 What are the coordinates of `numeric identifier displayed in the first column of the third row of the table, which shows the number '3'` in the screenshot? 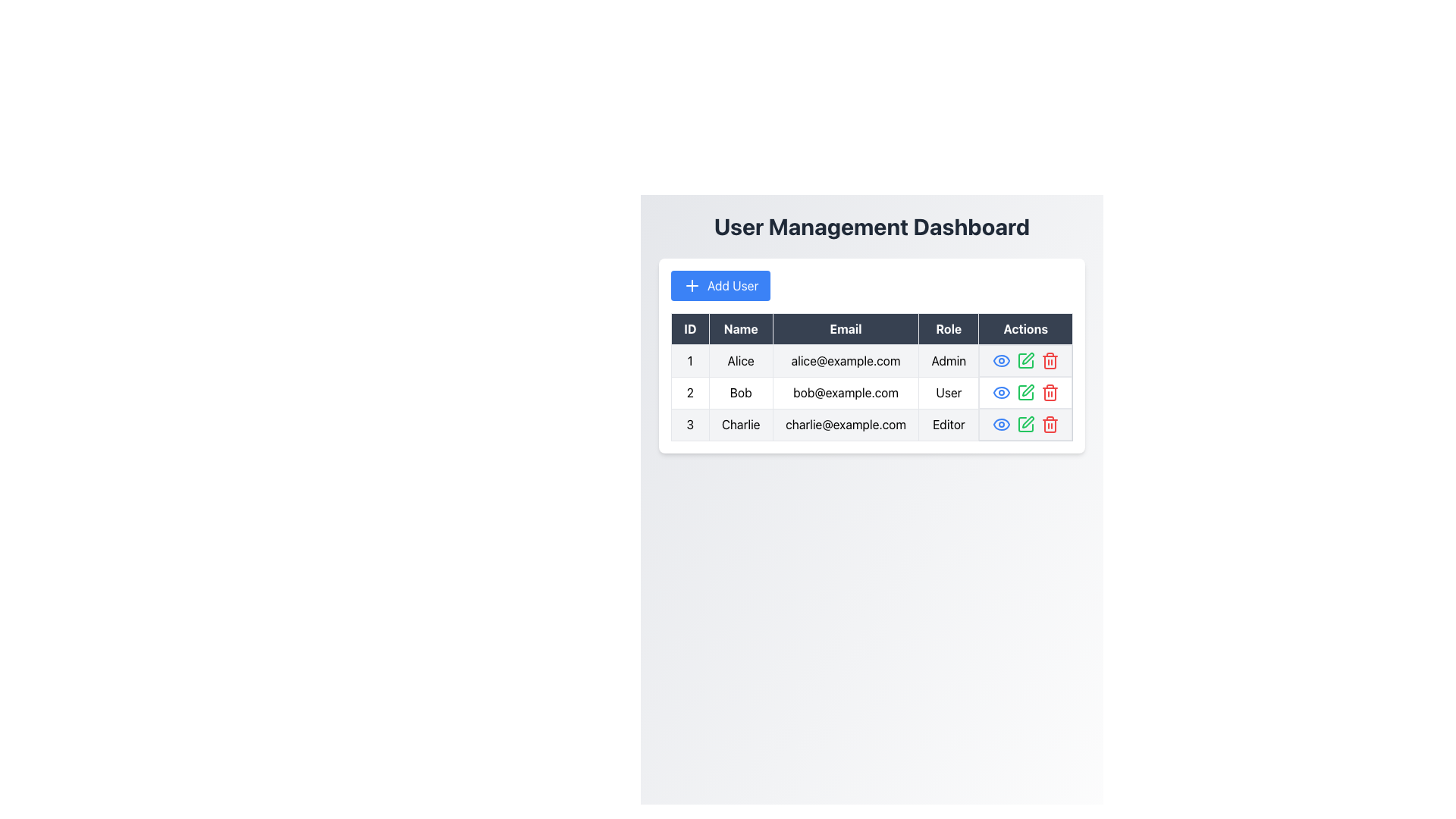 It's located at (689, 425).